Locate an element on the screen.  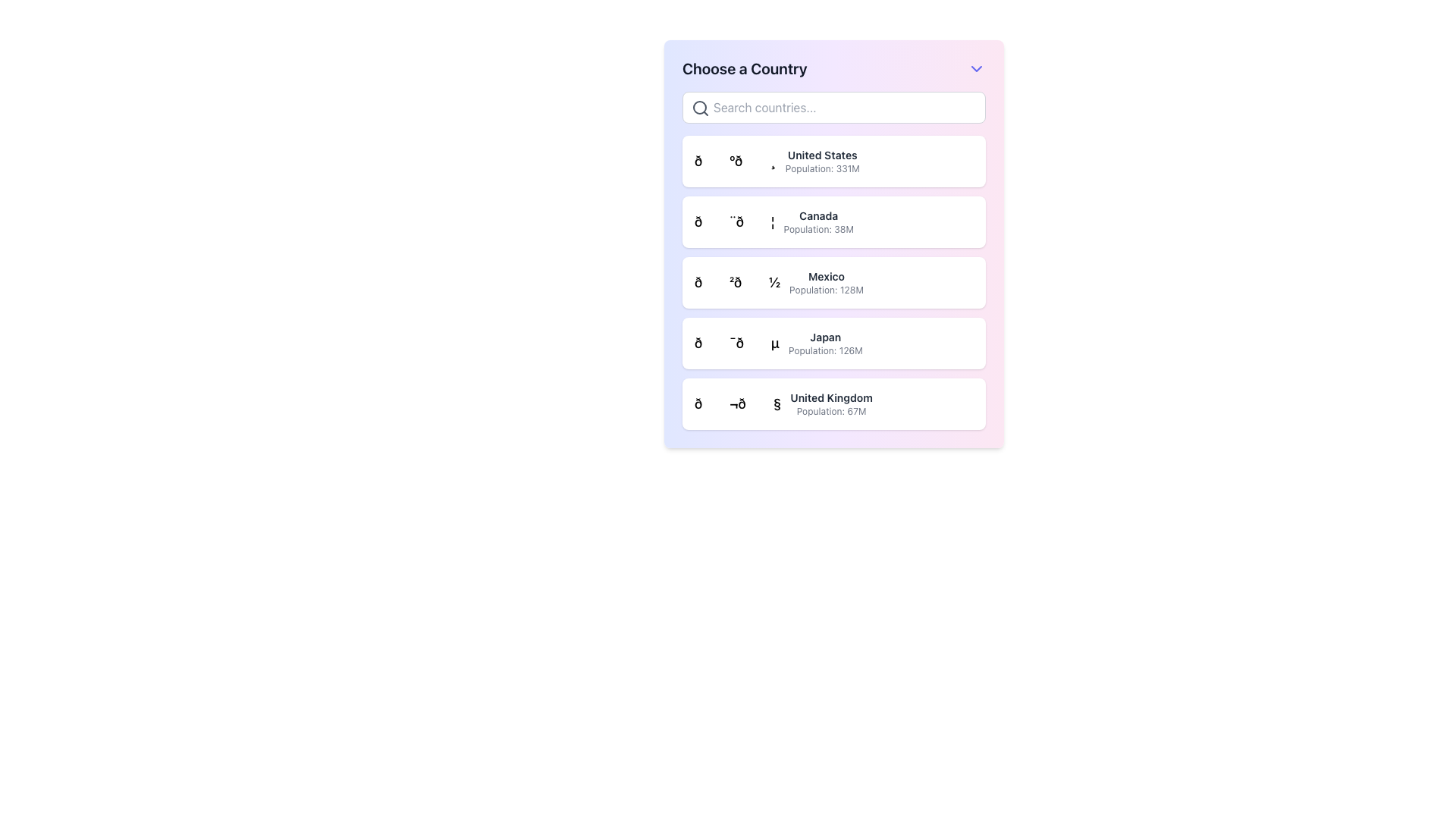
the fourth list item in the vertical list of country blocks that displays 'Japan' with a white background and rounded corners is located at coordinates (833, 343).